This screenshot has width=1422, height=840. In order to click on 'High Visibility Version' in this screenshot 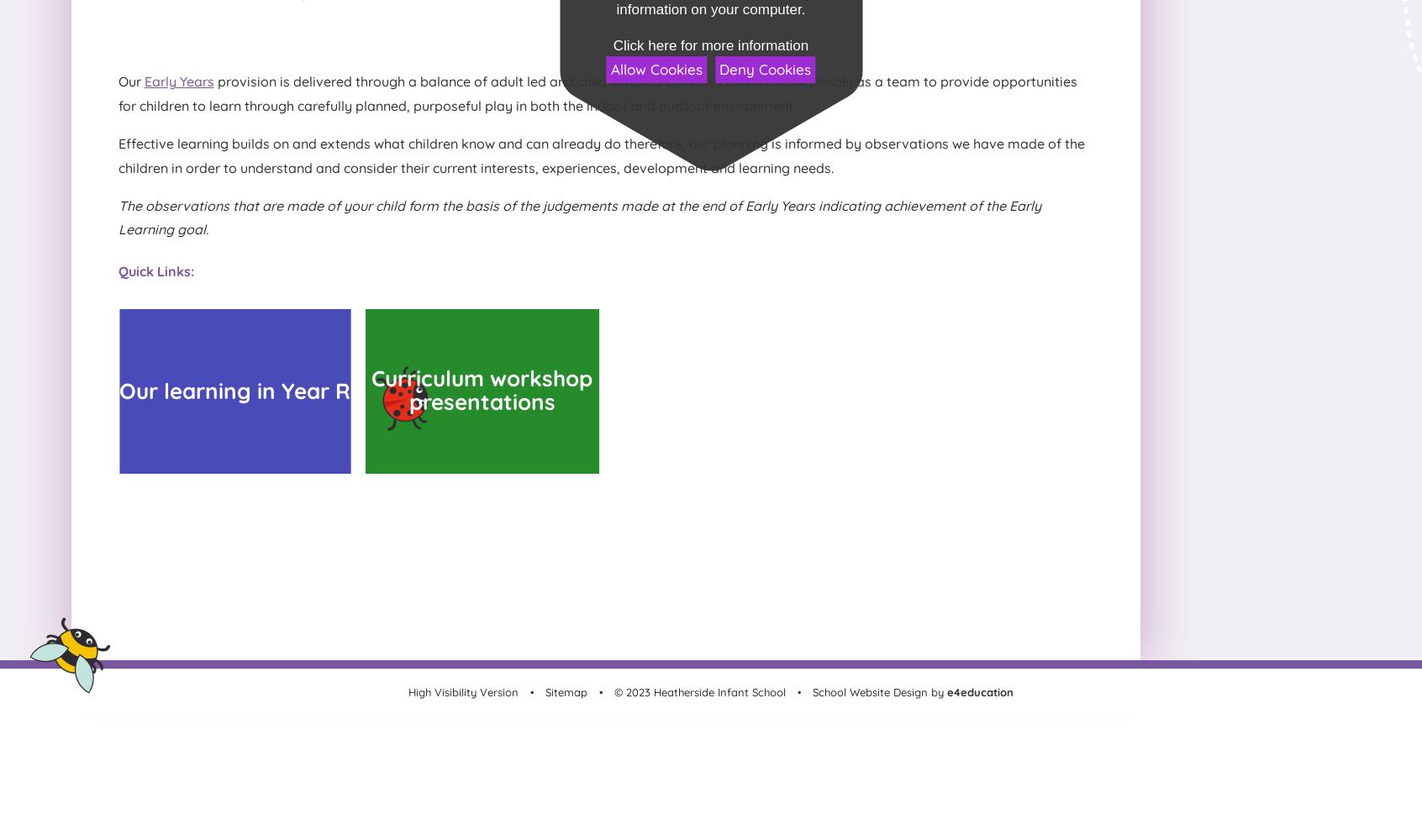, I will do `click(407, 690)`.